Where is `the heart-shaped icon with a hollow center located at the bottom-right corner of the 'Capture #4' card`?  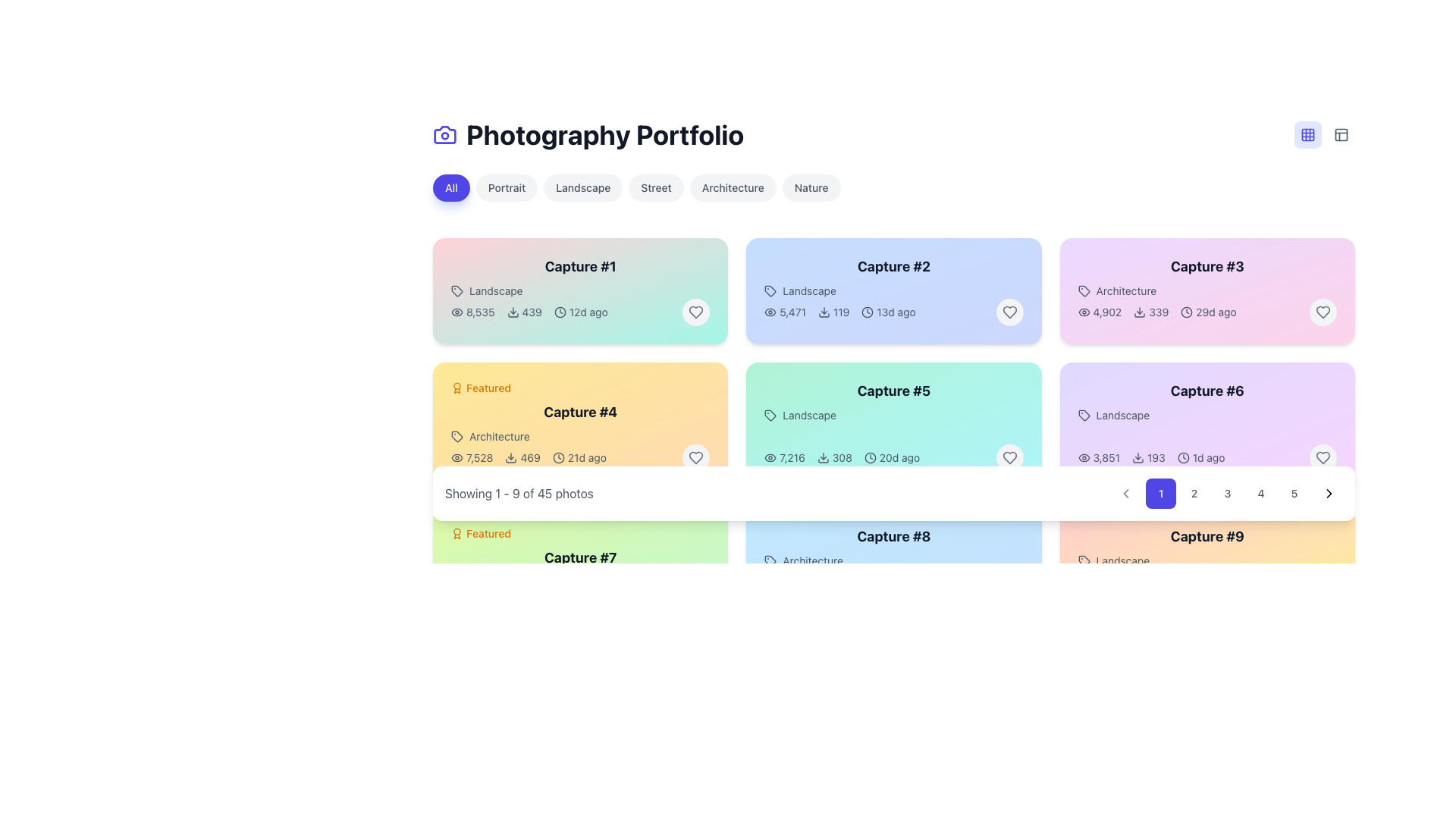
the heart-shaped icon with a hollow center located at the bottom-right corner of the 'Capture #4' card is located at coordinates (695, 457).